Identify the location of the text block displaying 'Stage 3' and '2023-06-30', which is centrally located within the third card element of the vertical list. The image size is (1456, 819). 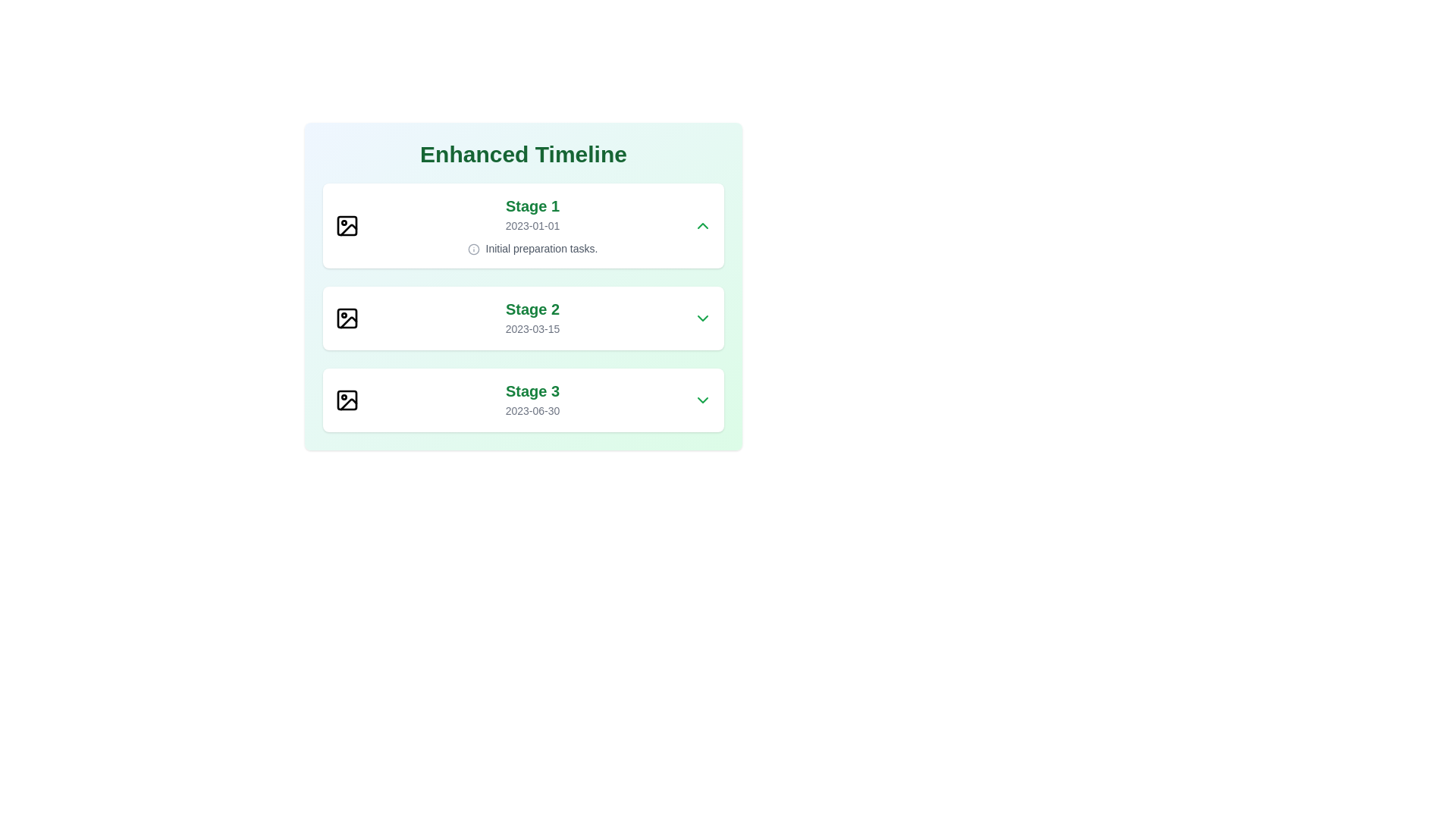
(532, 400).